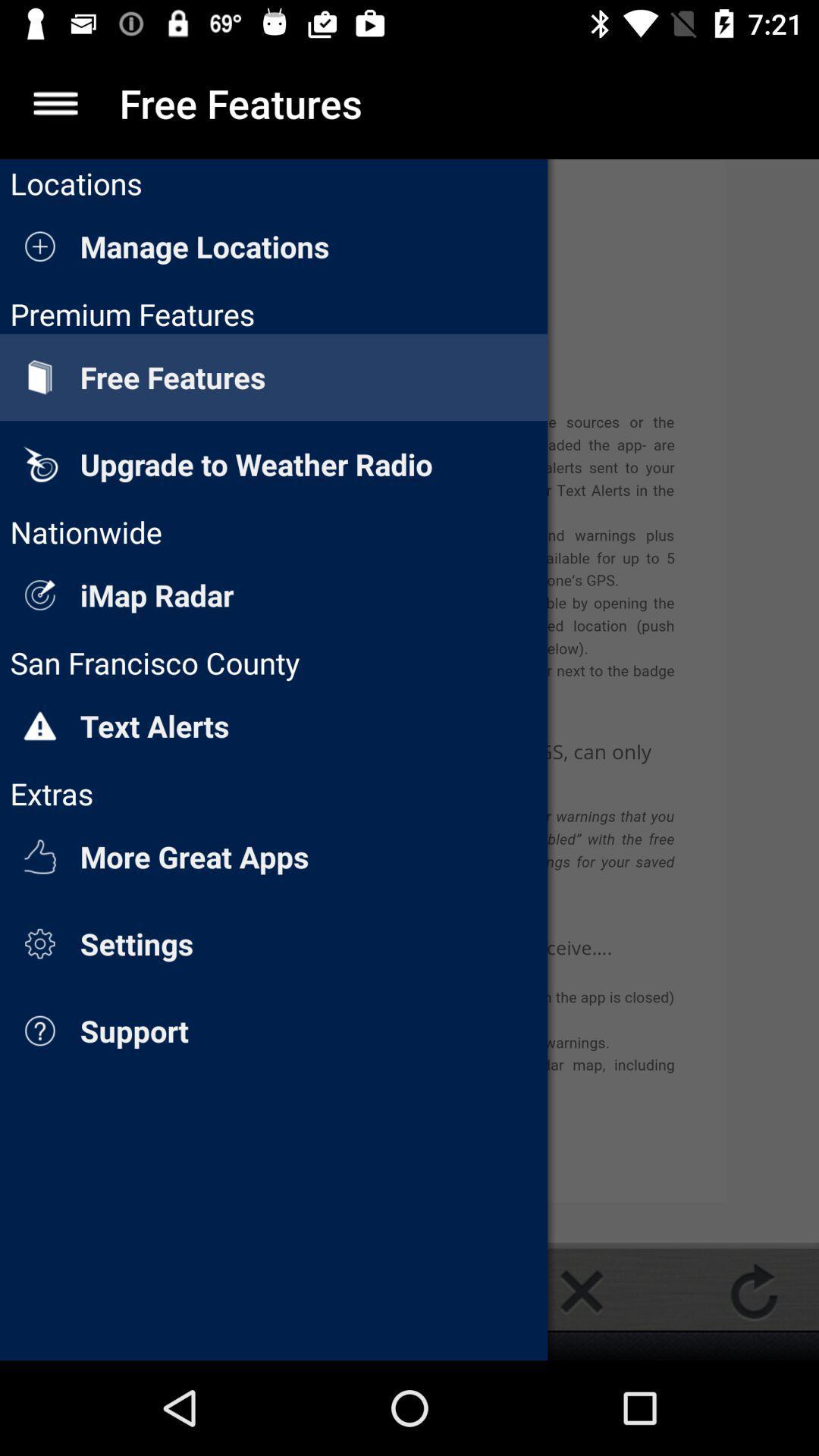  Describe the element at coordinates (581, 1291) in the screenshot. I see `the close icon` at that location.